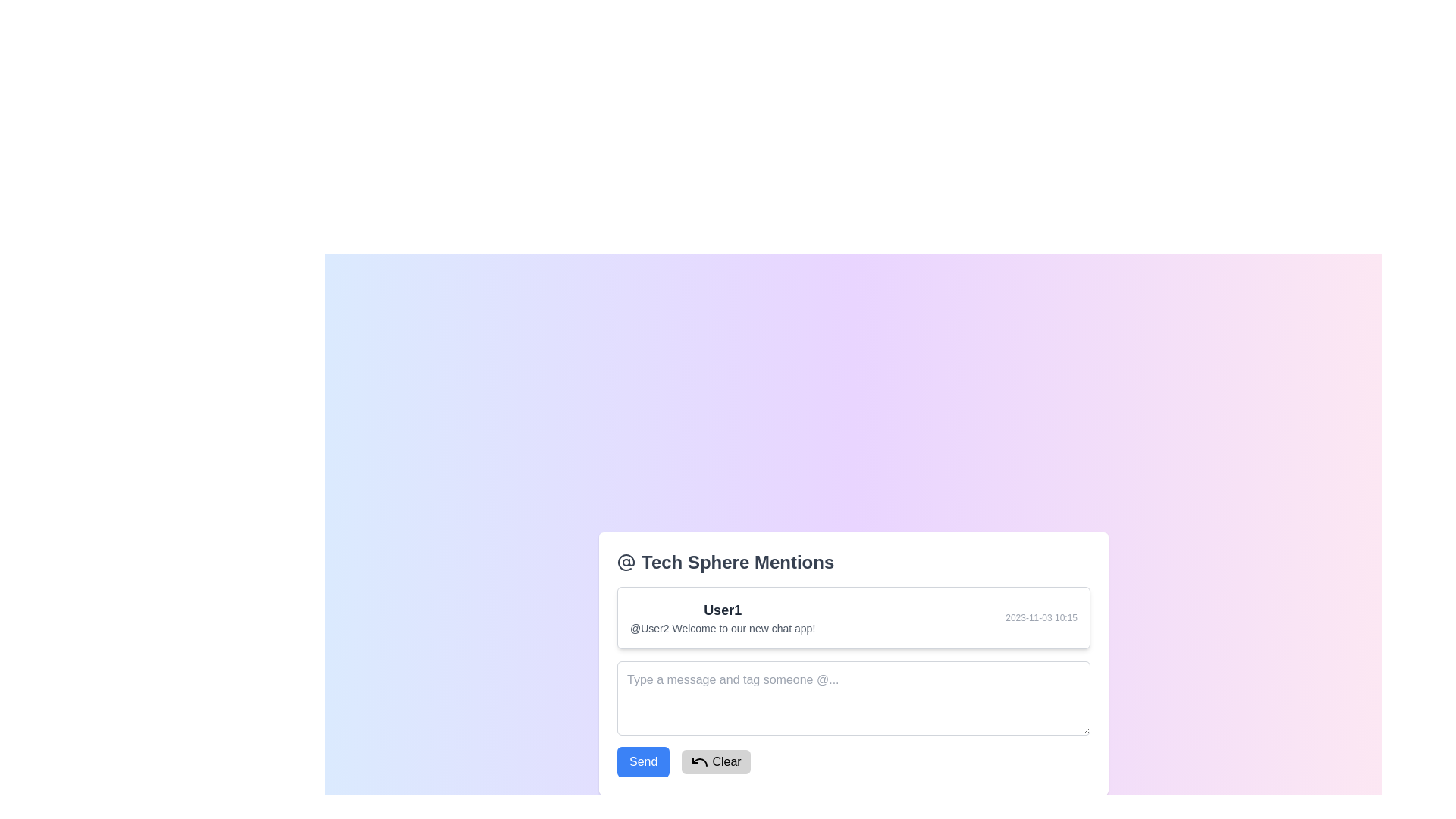  Describe the element at coordinates (699, 761) in the screenshot. I see `the undo icon located within the 'Clear' button, positioned on the left side of the button` at that location.